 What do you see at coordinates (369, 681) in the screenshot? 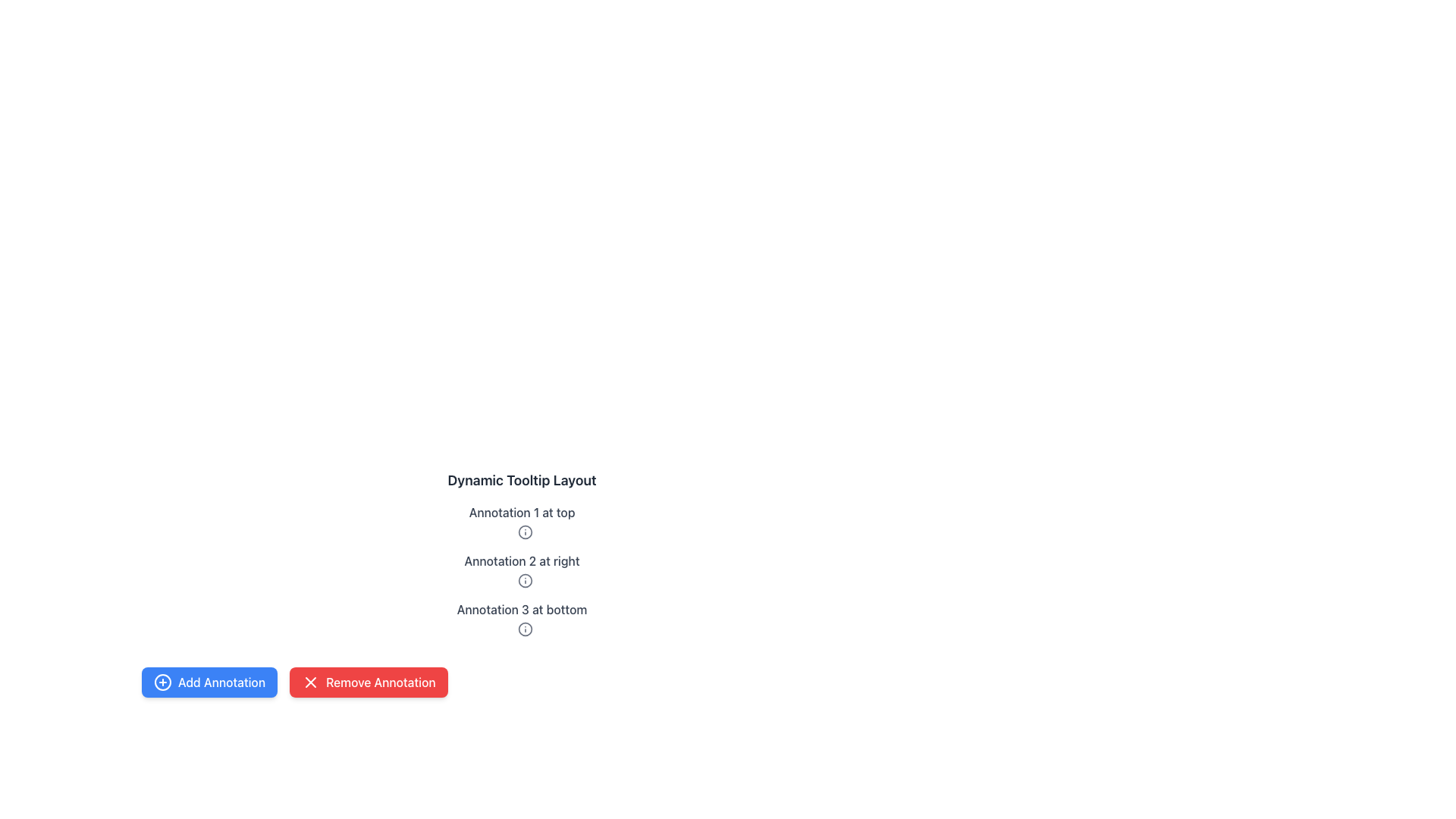
I see `the button located to the right of the 'Add Annotation' button` at bounding box center [369, 681].